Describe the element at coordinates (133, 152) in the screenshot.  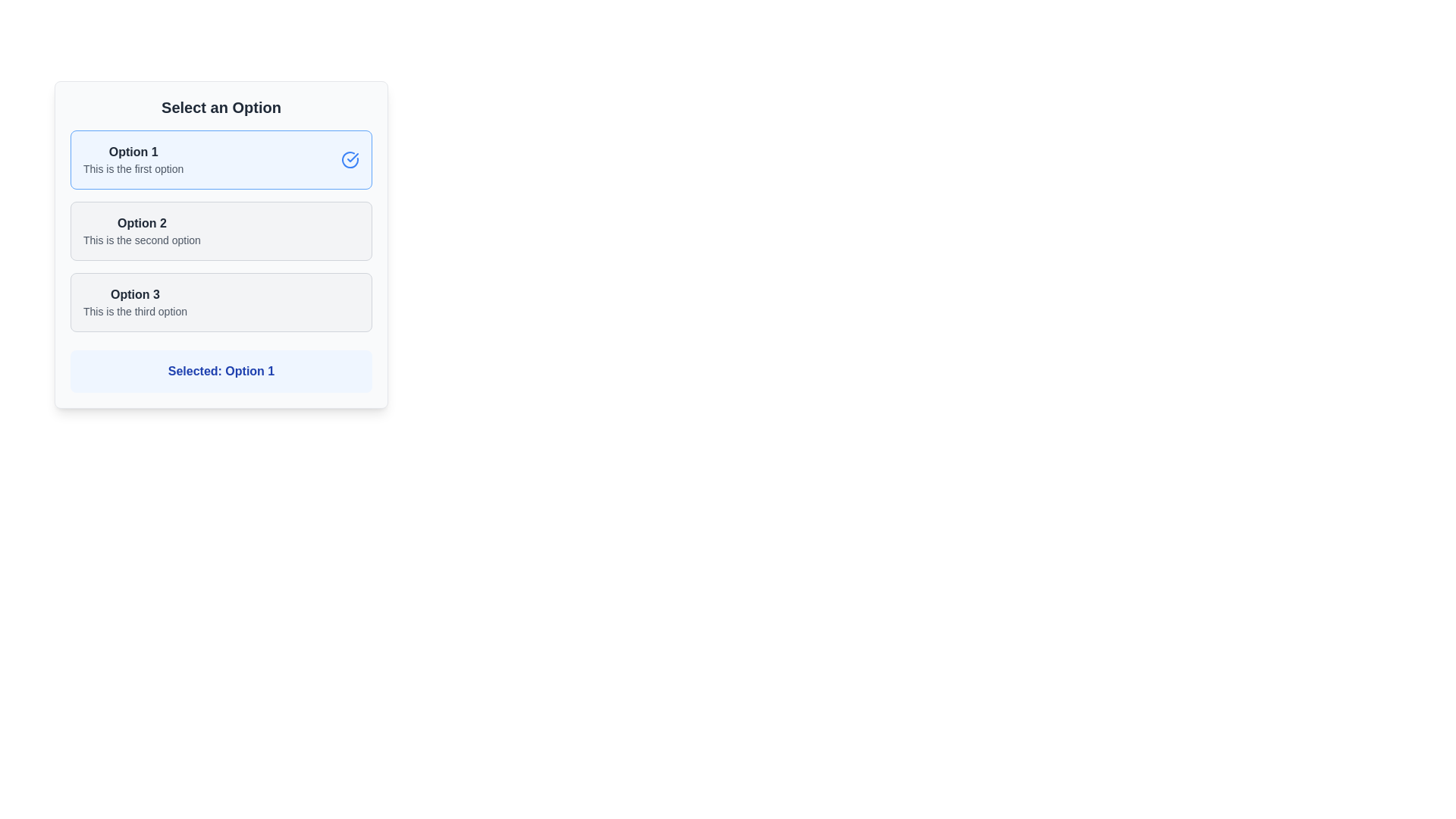
I see `the bold text label reading 'Option 1'` at that location.